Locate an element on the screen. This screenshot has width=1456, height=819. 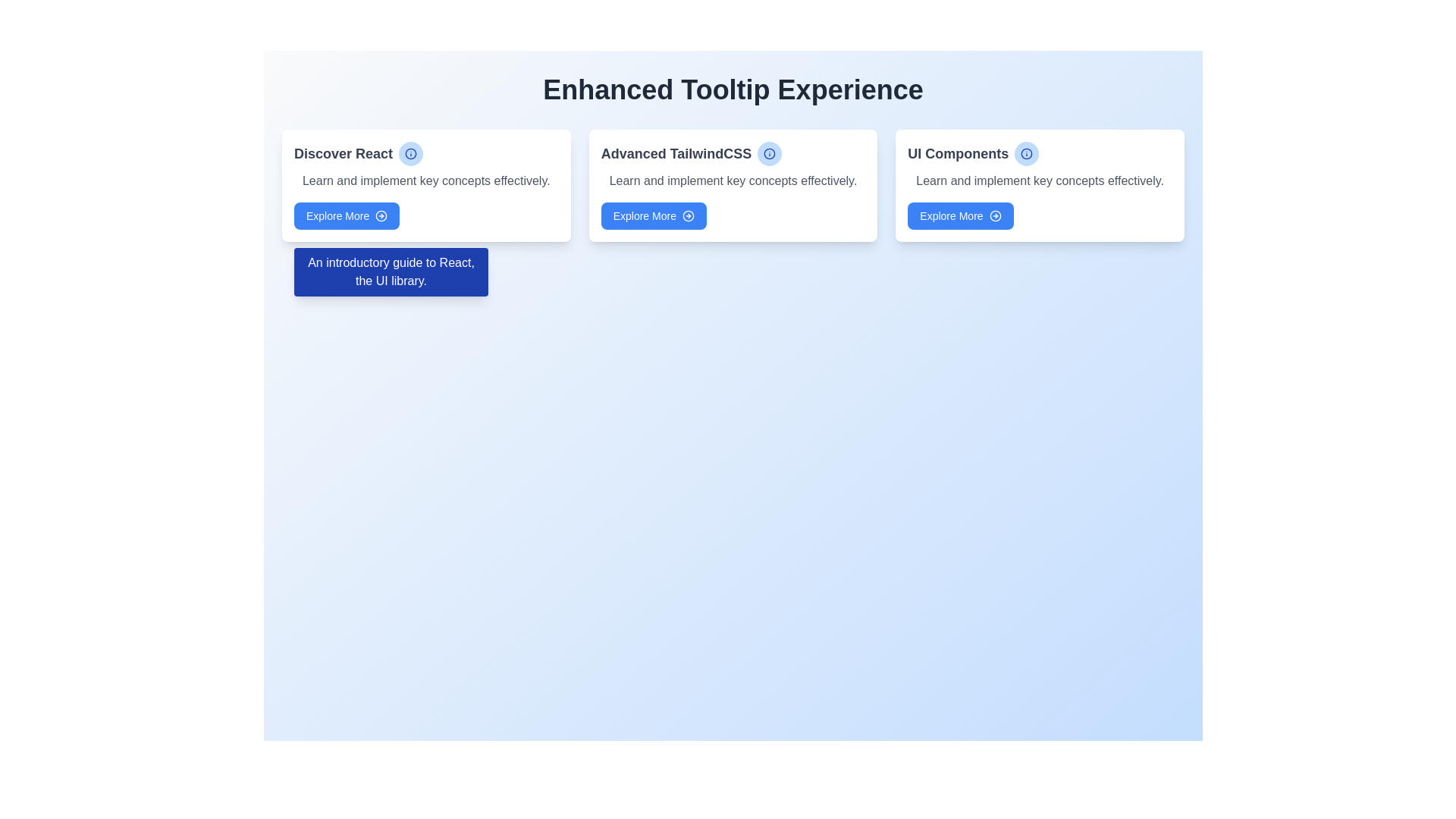
the information icon located at the top right corner of the 'UI Components' card is located at coordinates (1027, 154).